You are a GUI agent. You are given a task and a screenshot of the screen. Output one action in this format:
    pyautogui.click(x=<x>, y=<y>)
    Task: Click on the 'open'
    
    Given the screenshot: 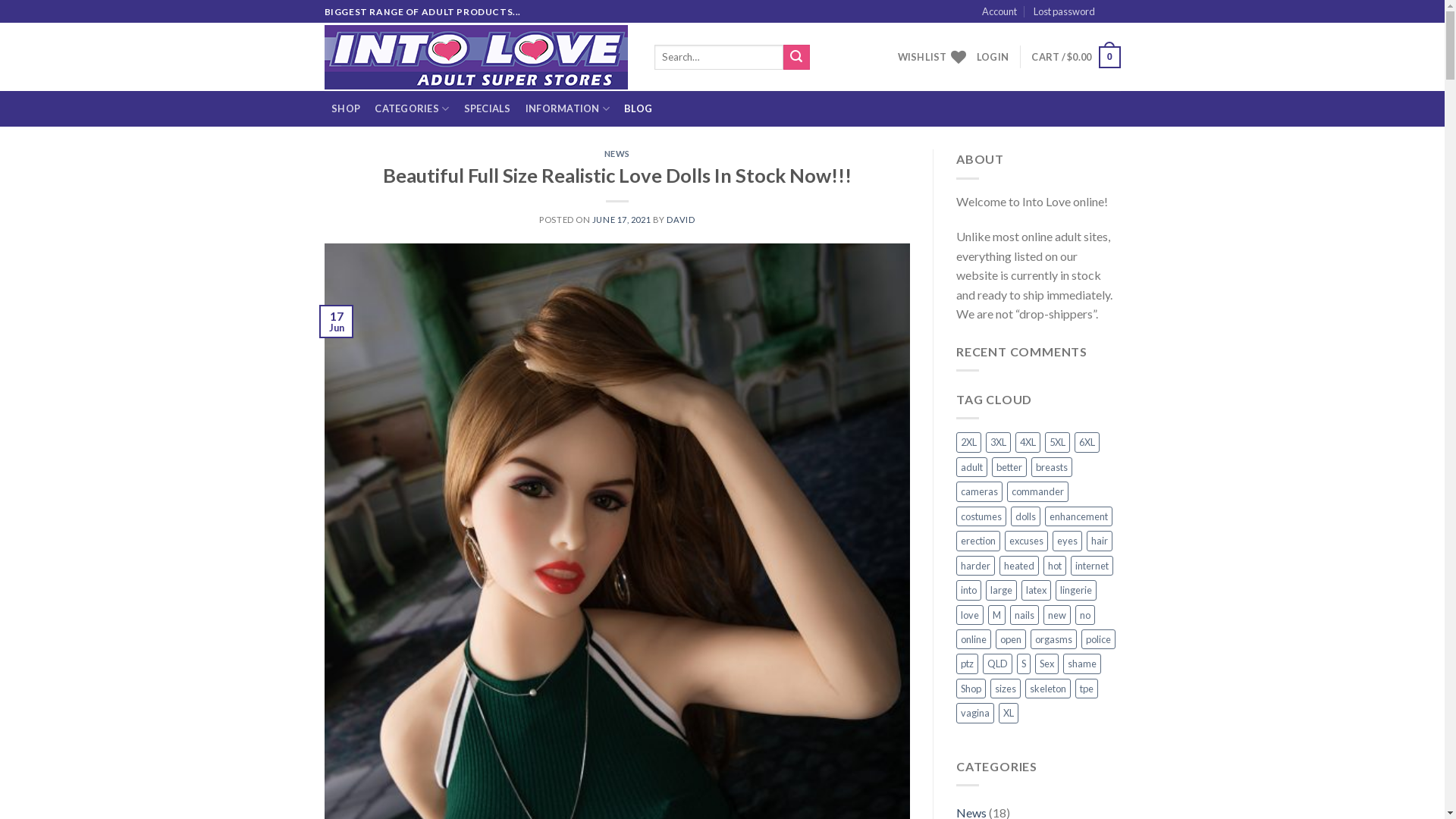 What is the action you would take?
    pyautogui.click(x=996, y=639)
    